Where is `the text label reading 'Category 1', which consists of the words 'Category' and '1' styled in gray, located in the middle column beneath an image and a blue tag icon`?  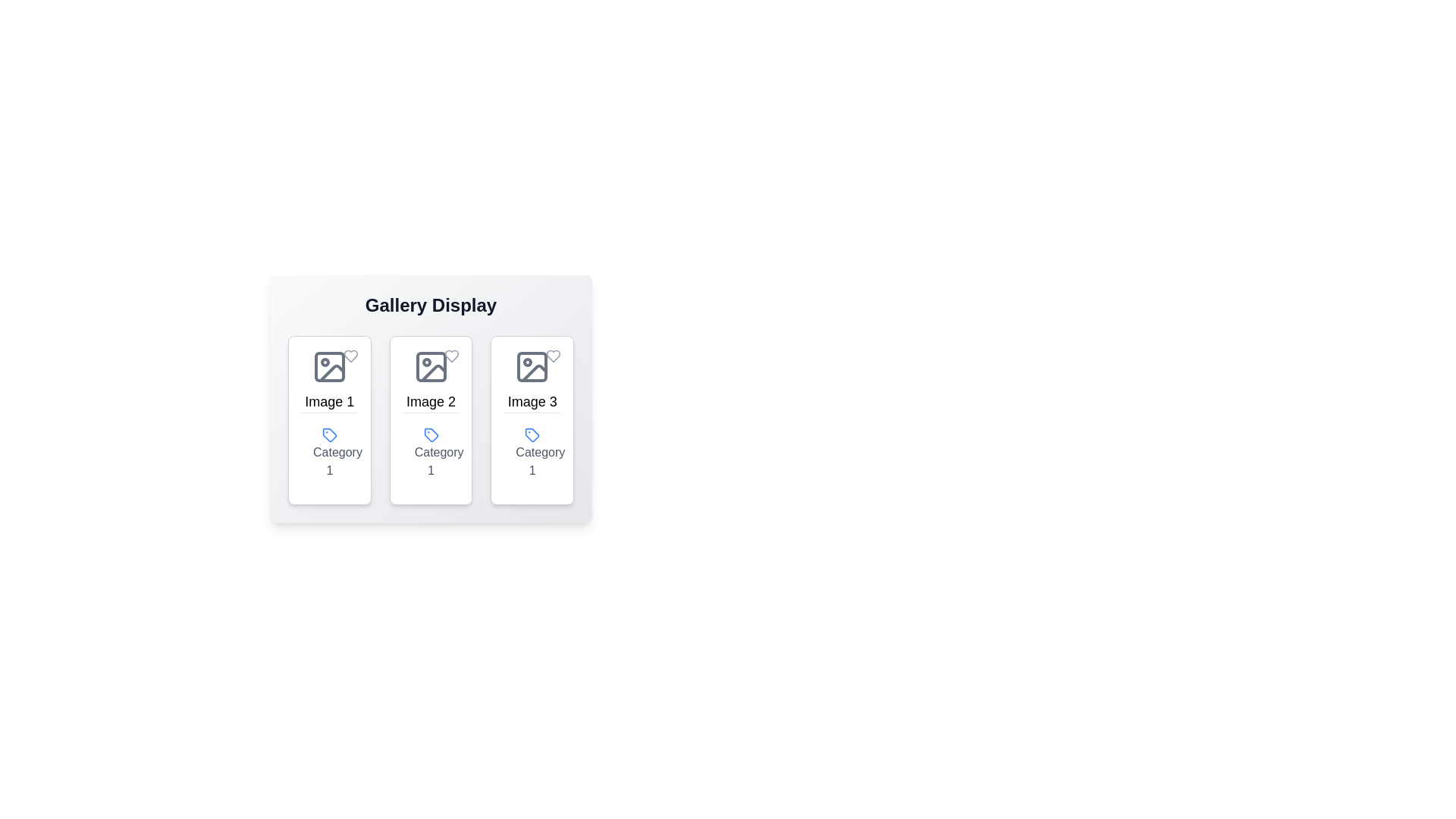 the text label reading 'Category 1', which consists of the words 'Category' and '1' styled in gray, located in the middle column beneath an image and a blue tag icon is located at coordinates (438, 460).